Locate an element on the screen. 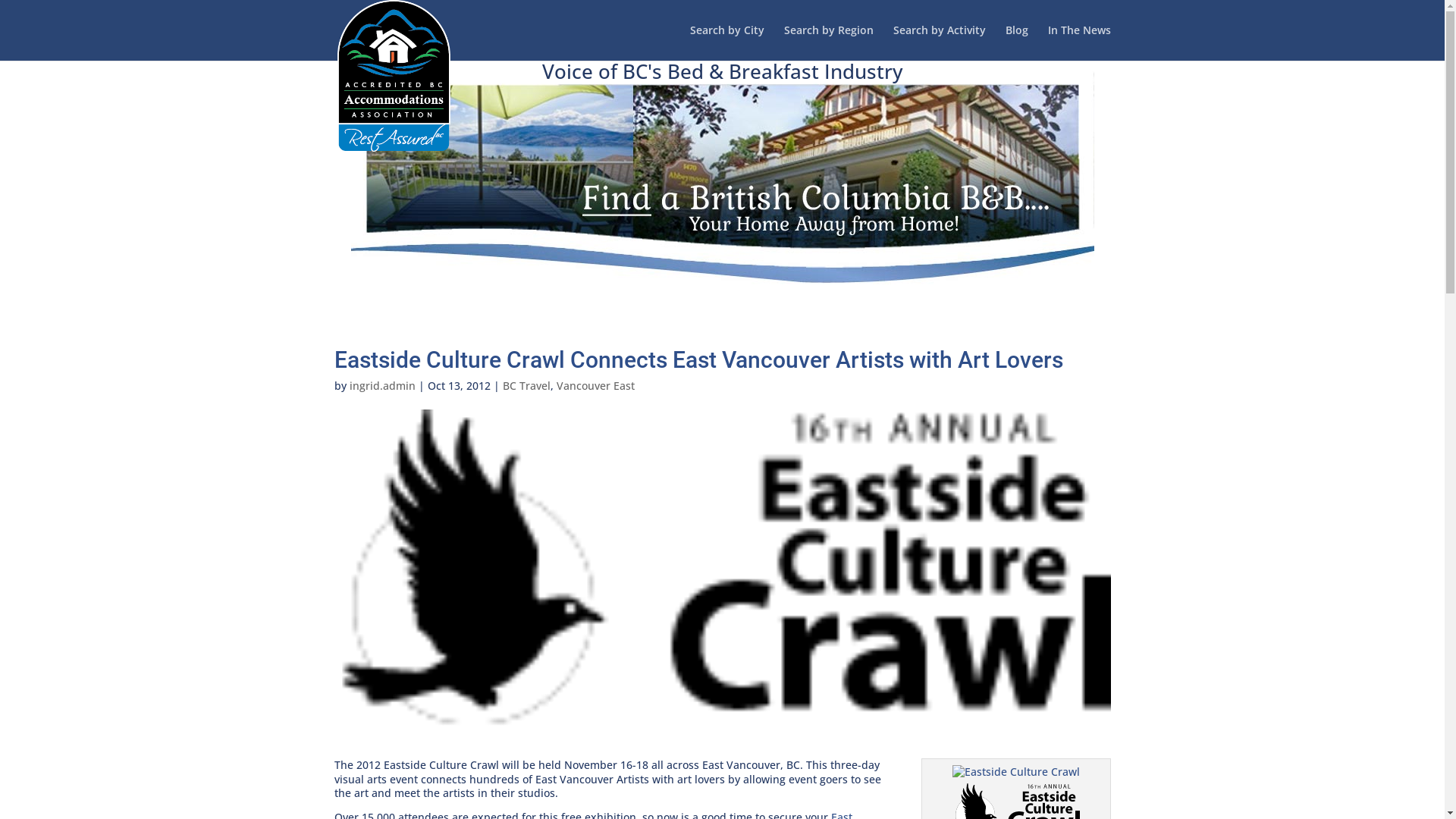  'ingrid.admin' is located at coordinates (381, 384).